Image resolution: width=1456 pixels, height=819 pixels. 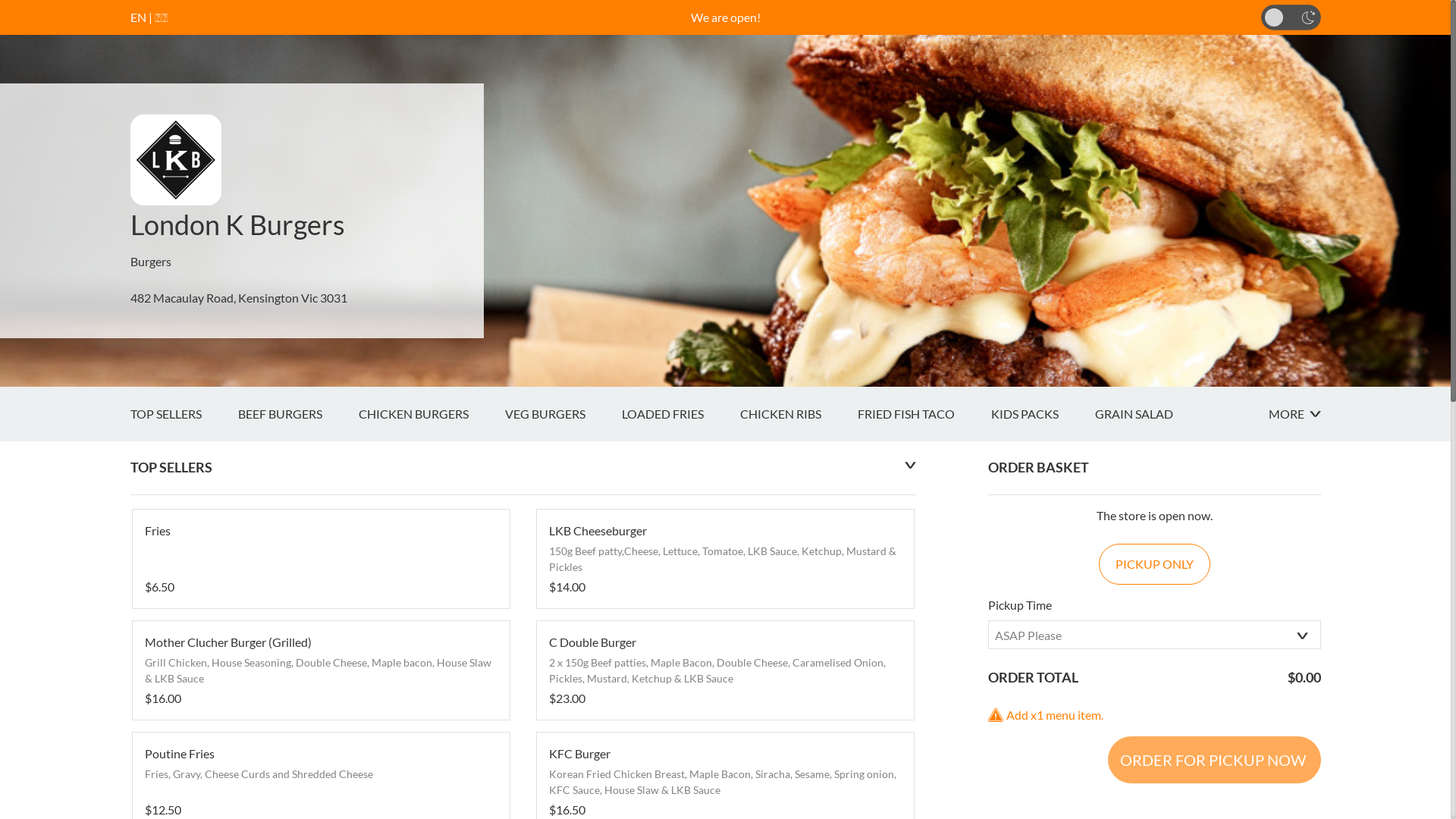 What do you see at coordinates (237, 414) in the screenshot?
I see `'BEEF BURGERS'` at bounding box center [237, 414].